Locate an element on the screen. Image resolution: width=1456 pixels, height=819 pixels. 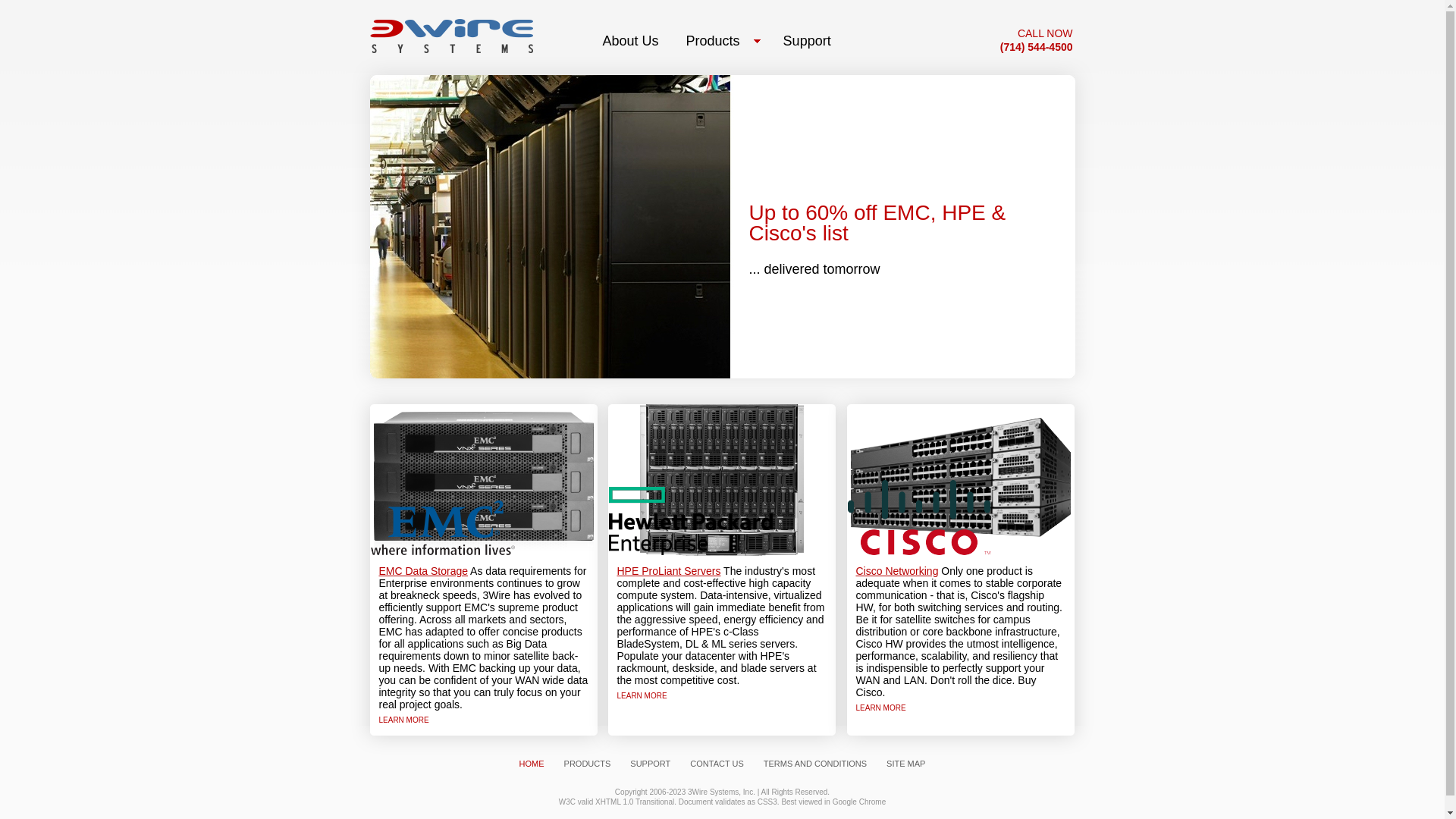
'EMC Data Storage' is located at coordinates (423, 570).